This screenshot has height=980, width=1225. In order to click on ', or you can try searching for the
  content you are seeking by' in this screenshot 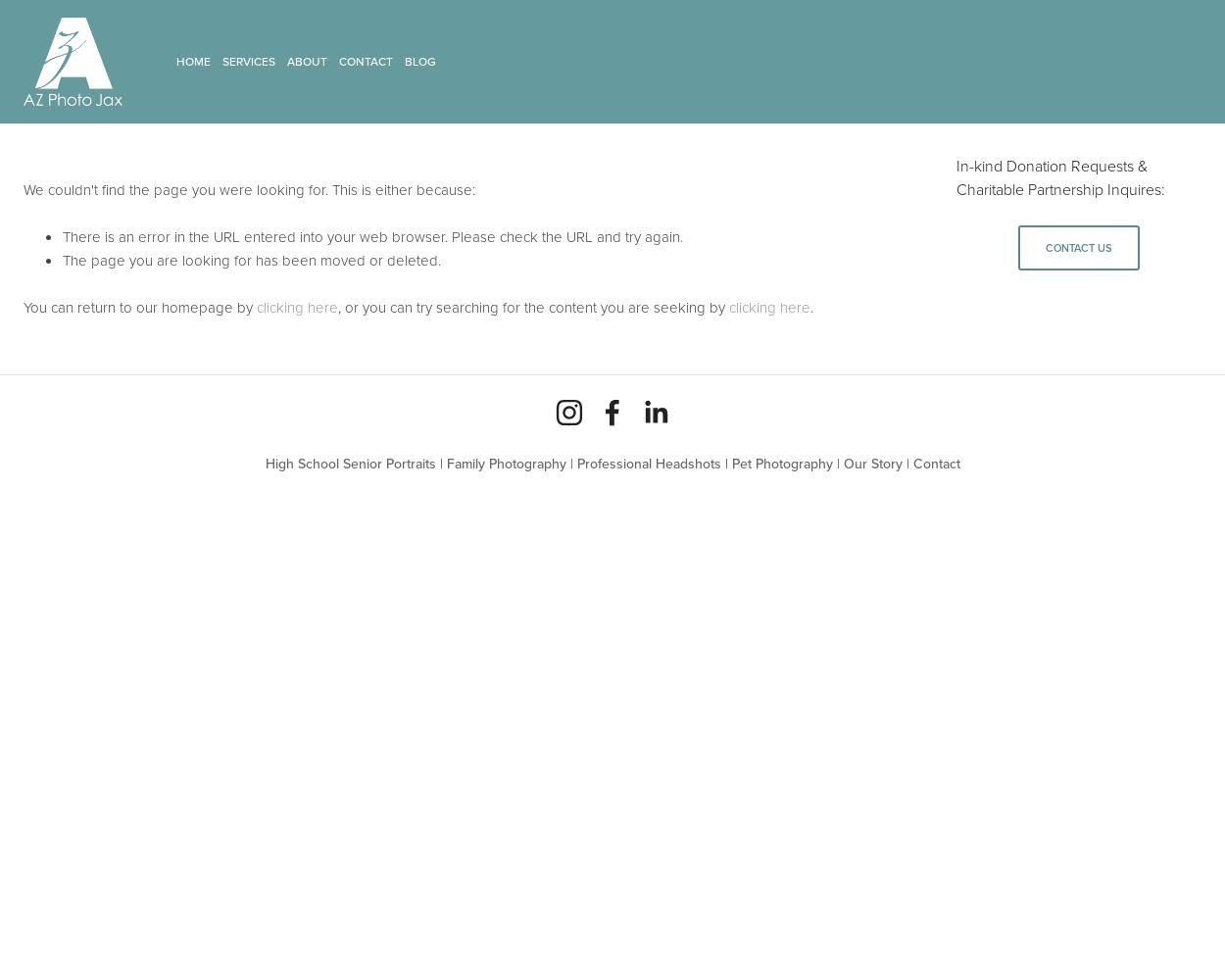, I will do `click(337, 307)`.